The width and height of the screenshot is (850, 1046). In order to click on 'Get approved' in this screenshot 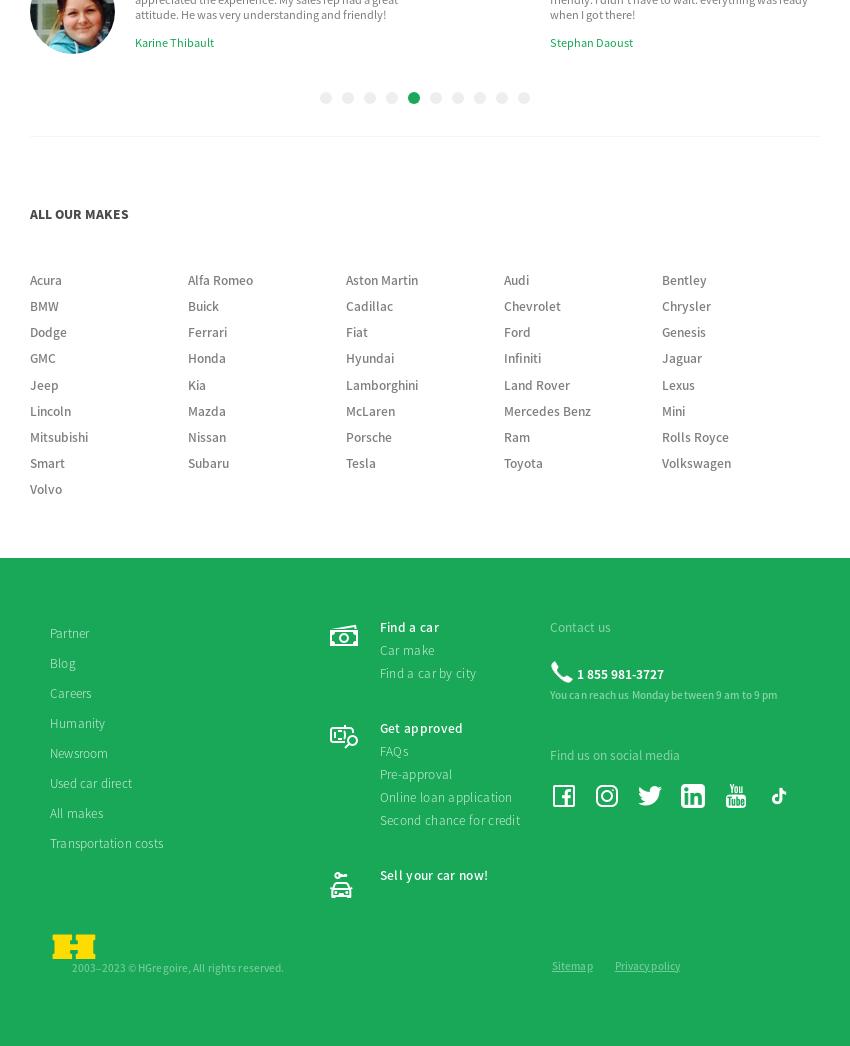, I will do `click(378, 347)`.